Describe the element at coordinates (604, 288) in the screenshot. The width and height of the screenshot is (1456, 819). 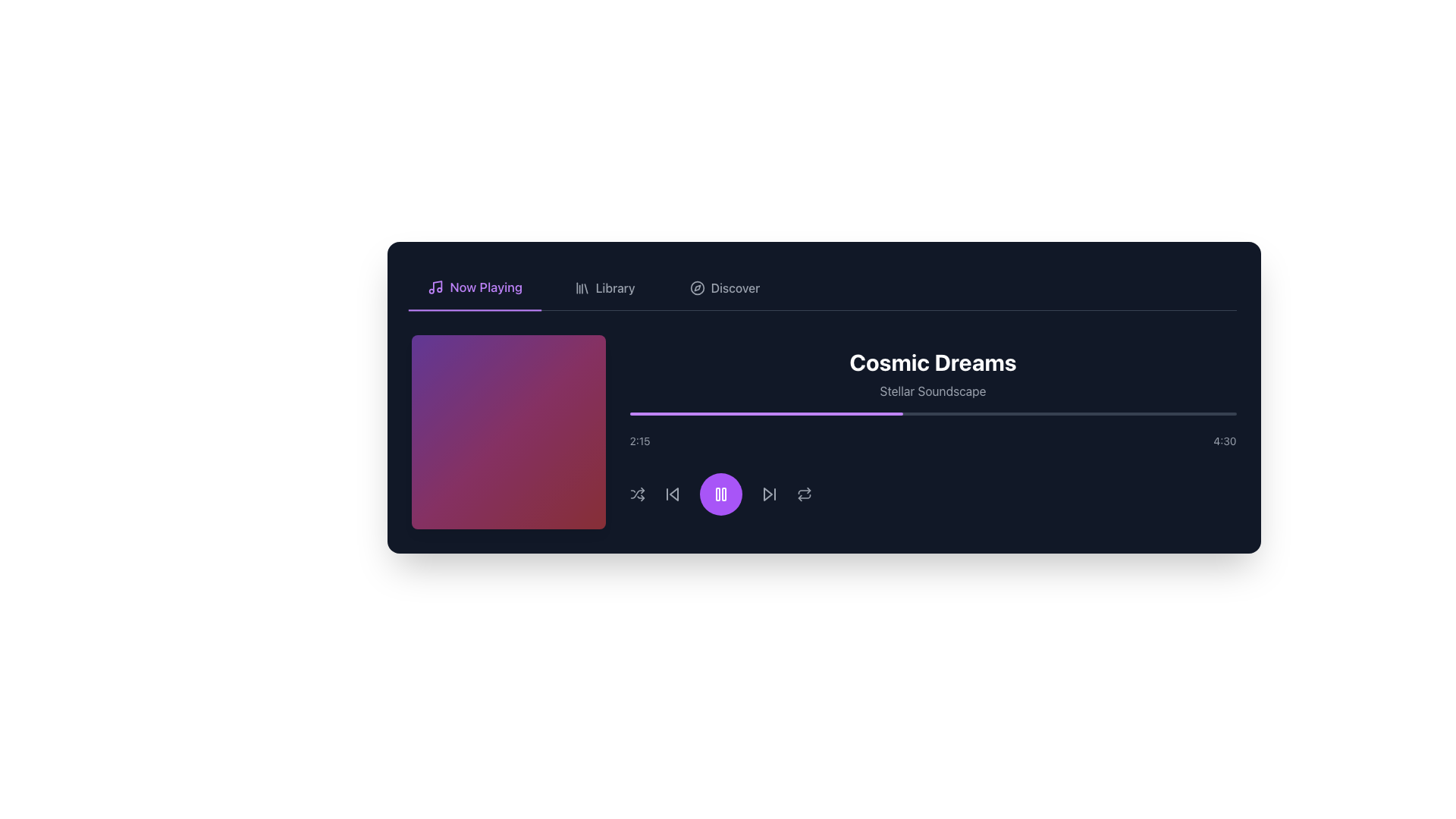
I see `the 'Library' navigation tab button` at that location.